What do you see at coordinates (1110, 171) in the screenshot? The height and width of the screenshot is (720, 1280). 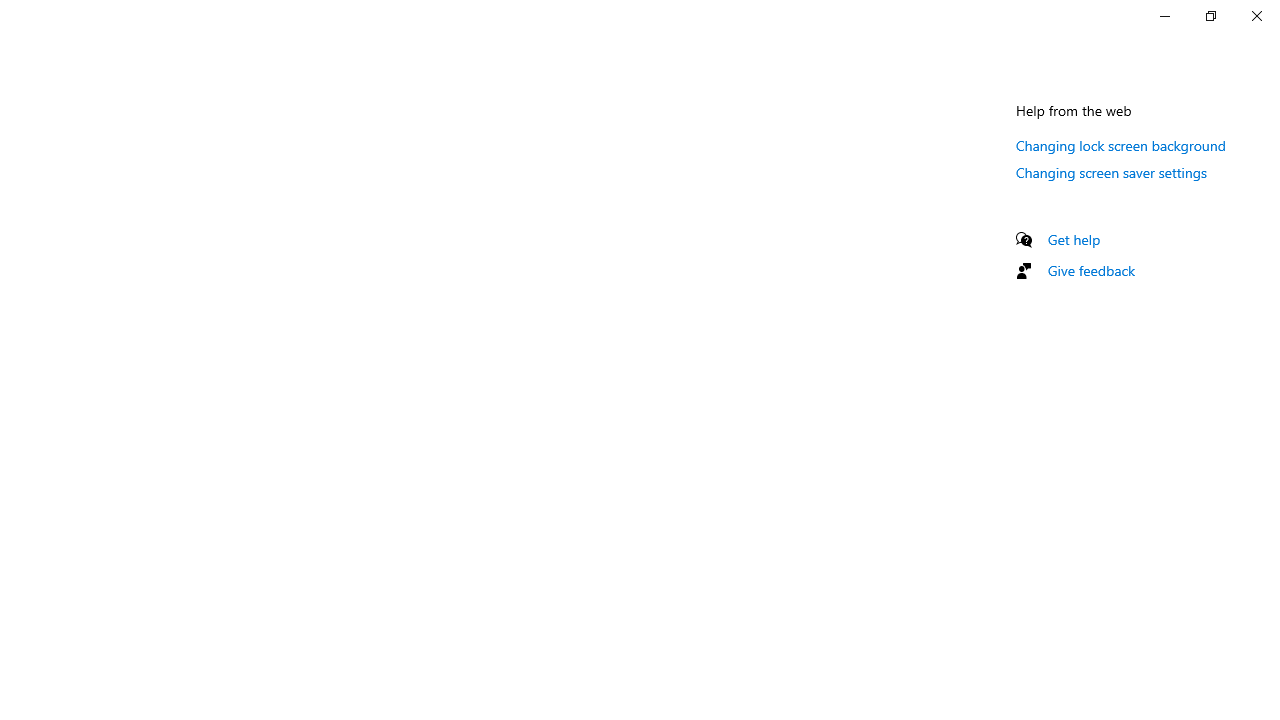 I see `'Changing screen saver settings'` at bounding box center [1110, 171].